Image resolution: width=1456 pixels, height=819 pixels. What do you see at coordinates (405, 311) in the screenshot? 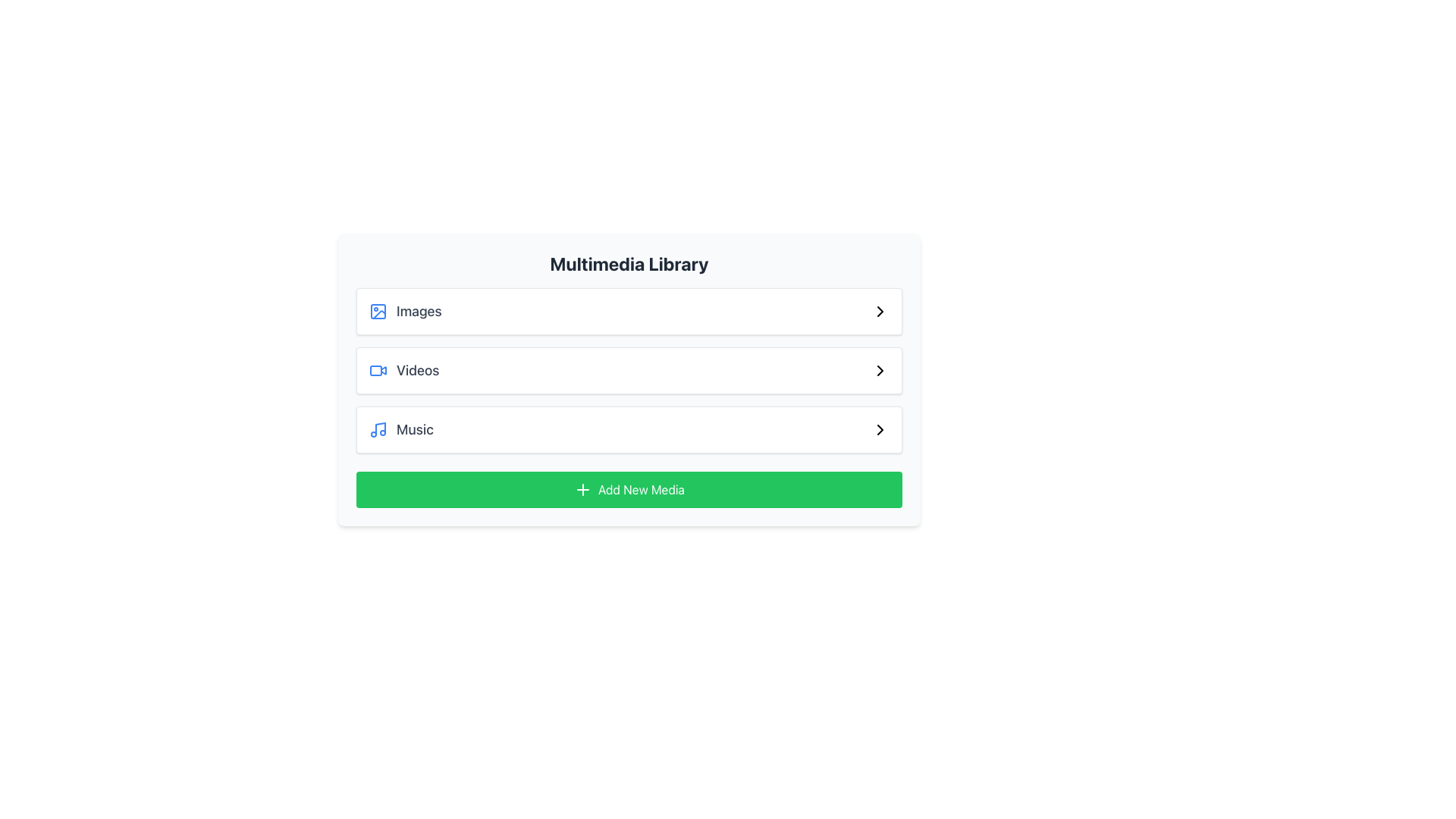
I see `the first menu option in the 'Multimedia Library' box` at bounding box center [405, 311].